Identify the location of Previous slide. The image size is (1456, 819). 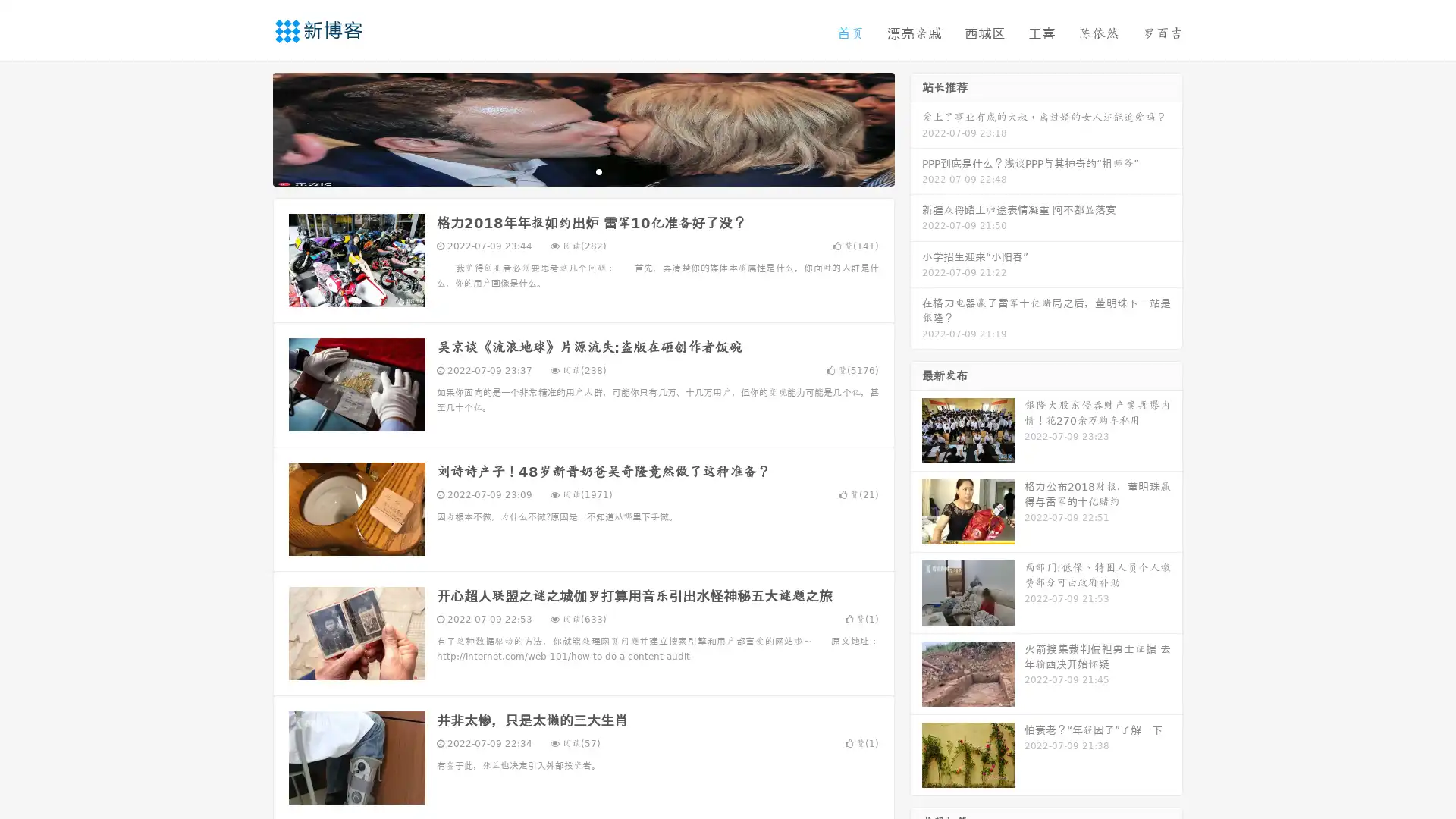
(250, 127).